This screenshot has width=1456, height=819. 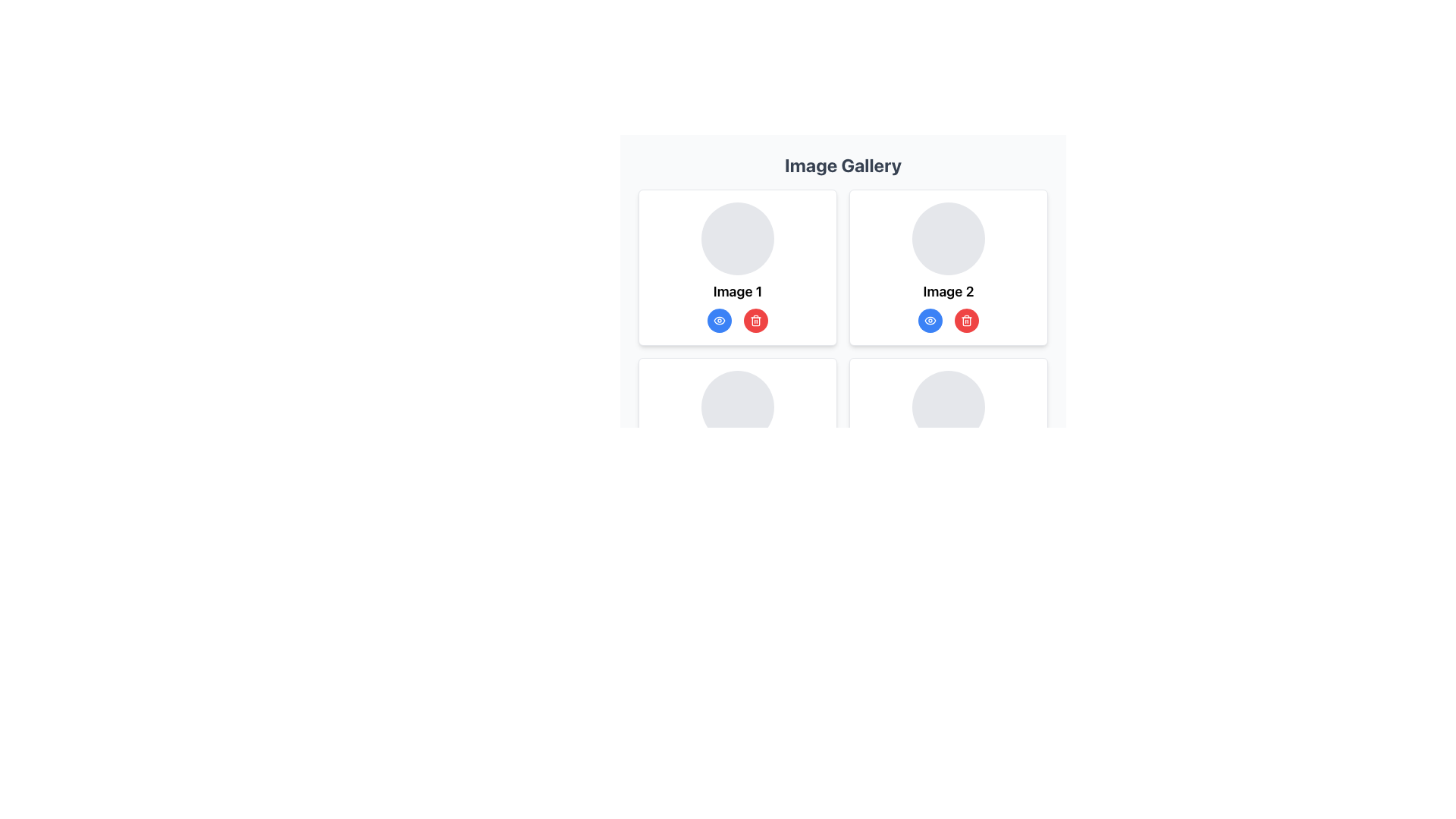 I want to click on title text element located at the center of the bounding box, which serves as a header for the section above the grid layout of image cards, so click(x=843, y=165).